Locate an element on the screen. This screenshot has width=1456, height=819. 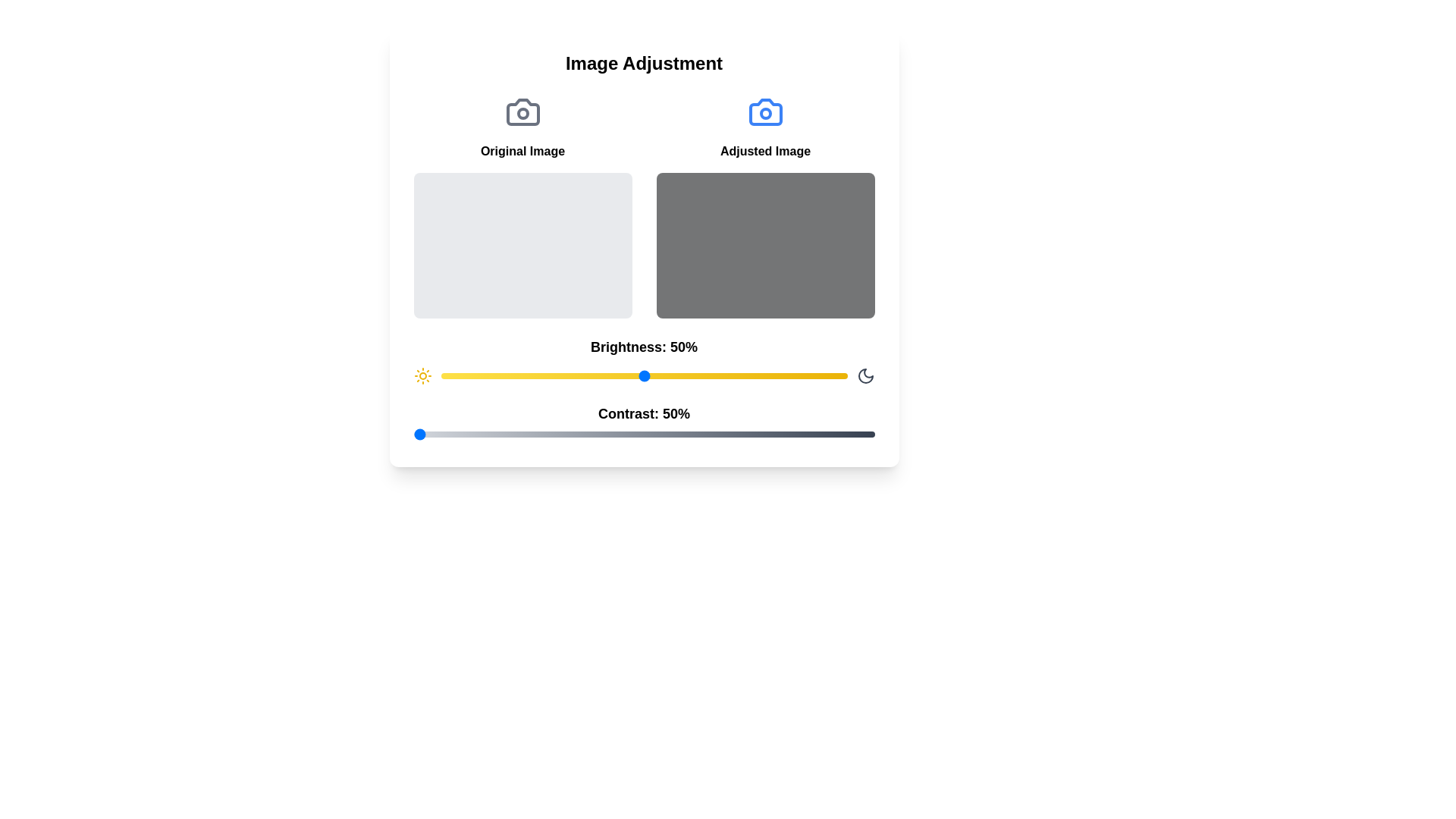
brightness is located at coordinates (586, 375).